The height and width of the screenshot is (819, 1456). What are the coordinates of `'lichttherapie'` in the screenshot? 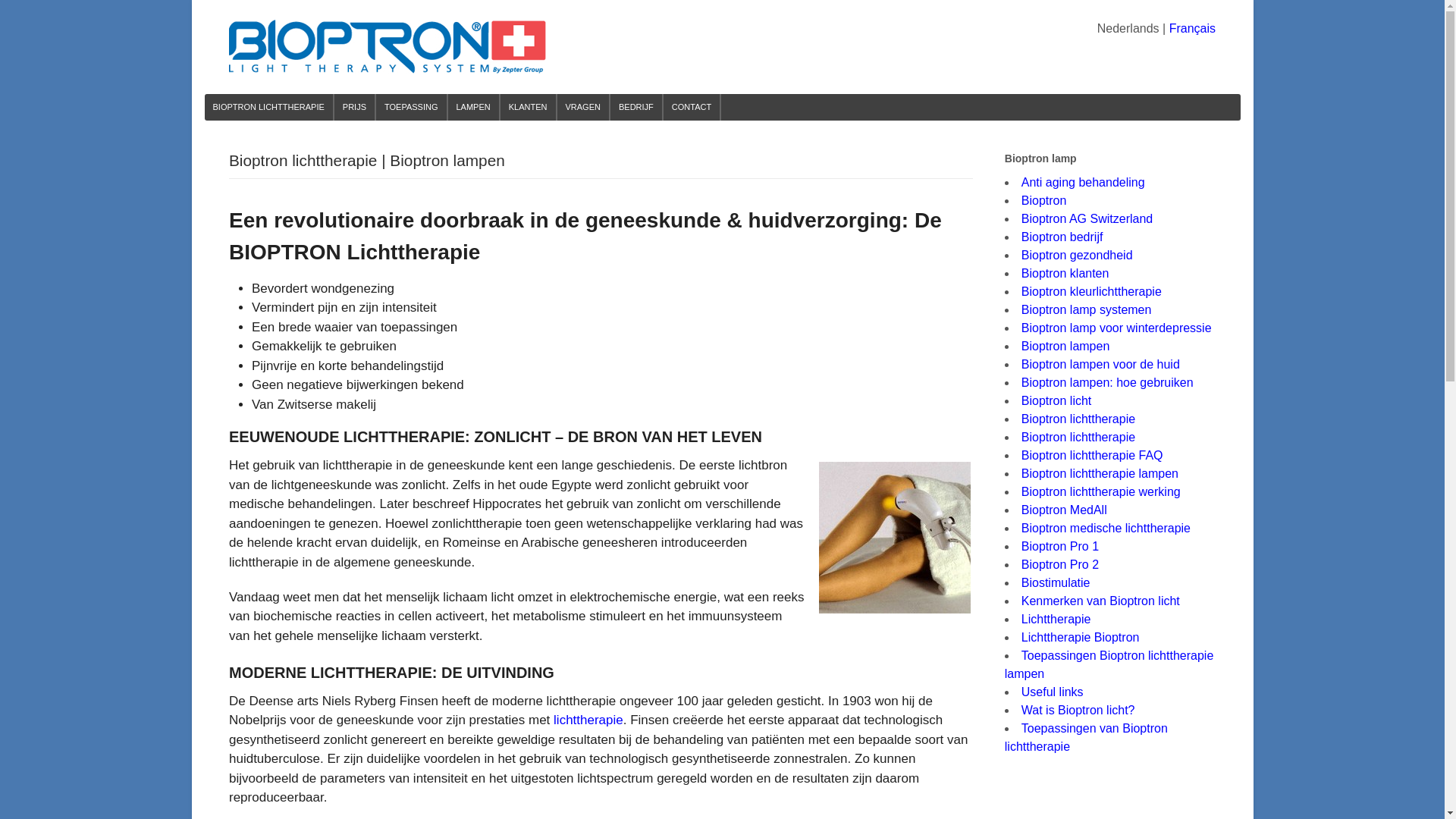 It's located at (588, 719).